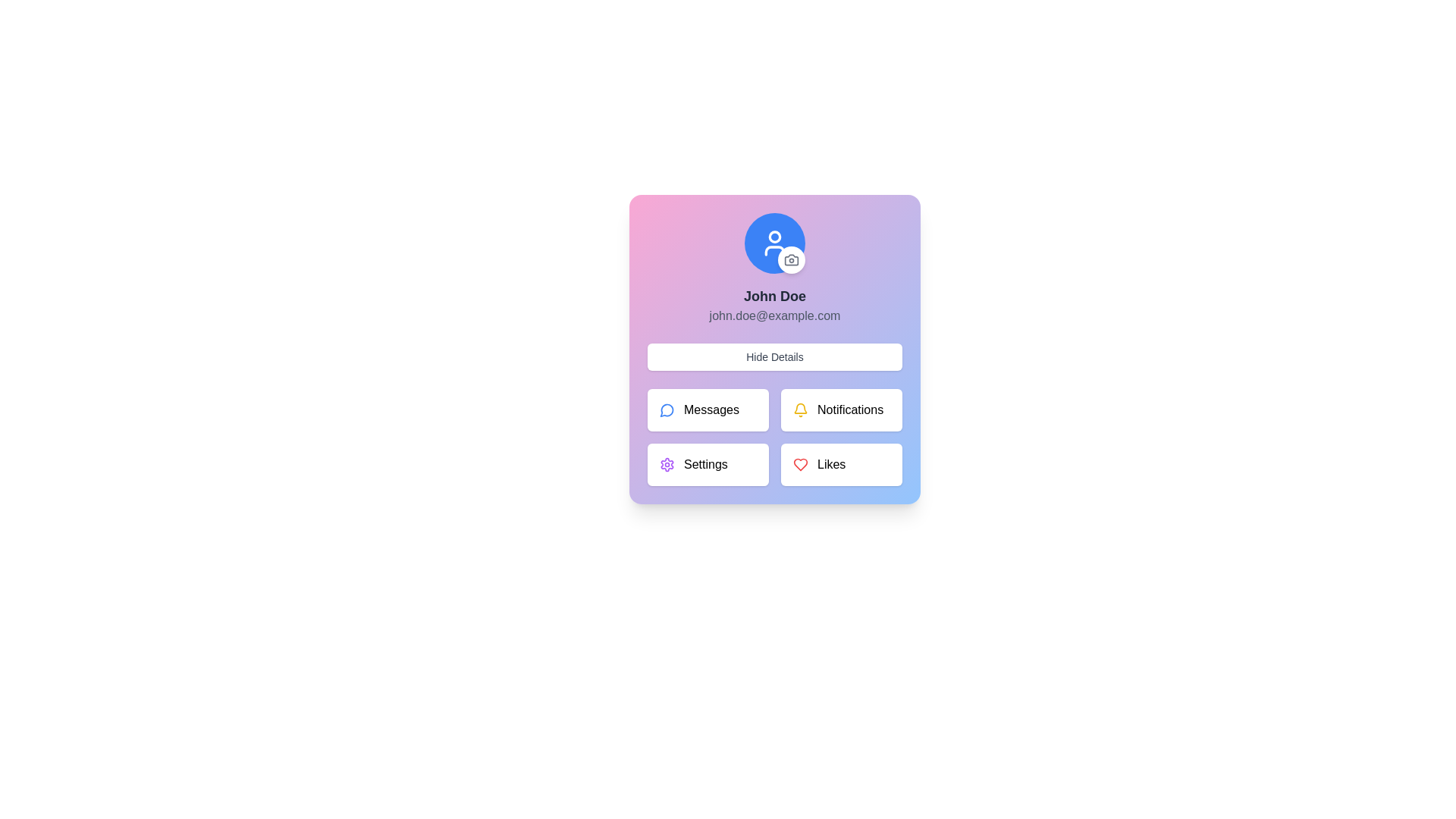  I want to click on the small circular button with a white background that contains a camera icon, located at the bottom-right corner of the user profile picture, so click(790, 259).